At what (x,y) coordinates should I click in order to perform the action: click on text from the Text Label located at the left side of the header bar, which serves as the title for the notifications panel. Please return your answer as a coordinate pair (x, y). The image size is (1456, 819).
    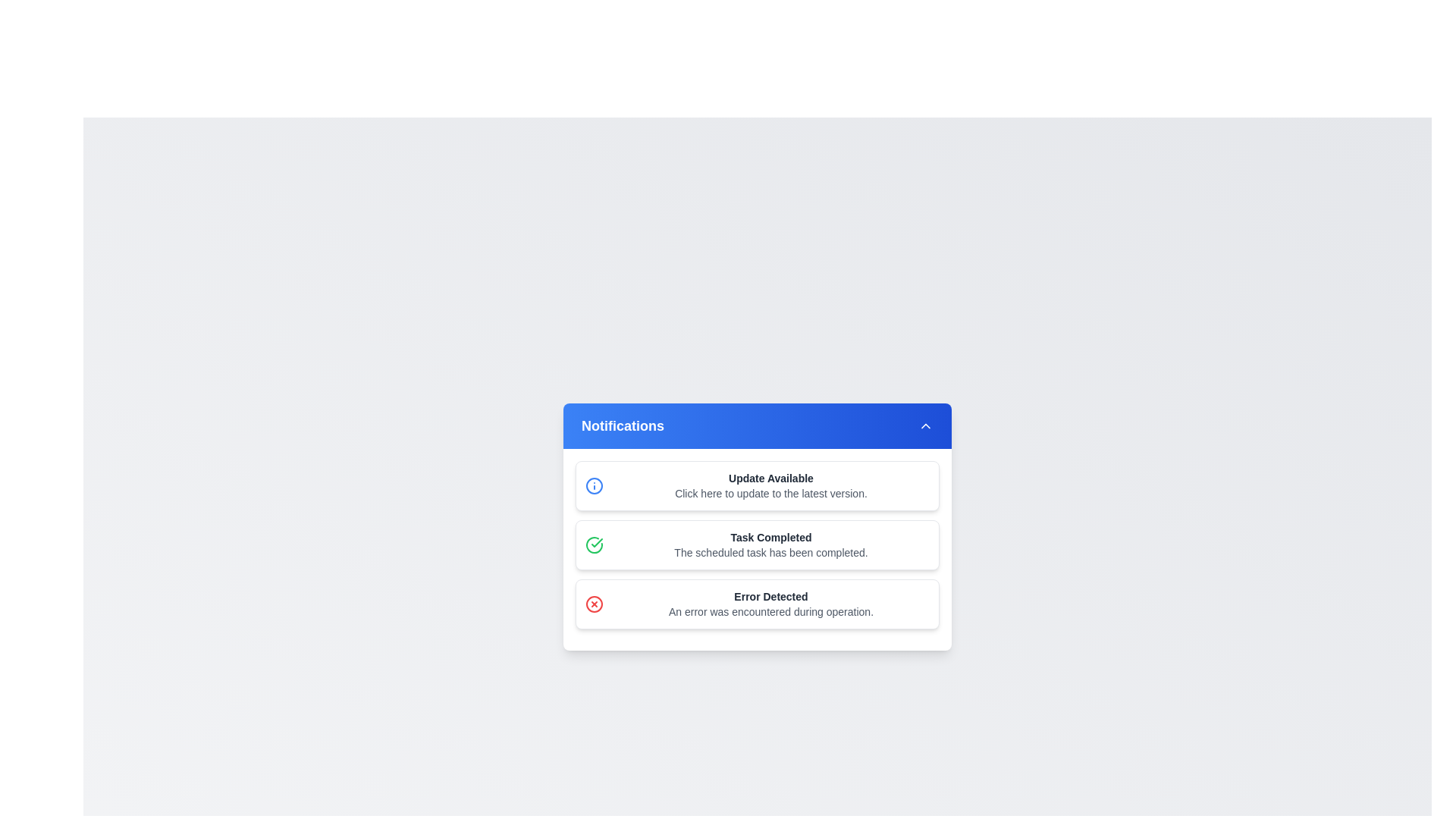
    Looking at the image, I should click on (623, 426).